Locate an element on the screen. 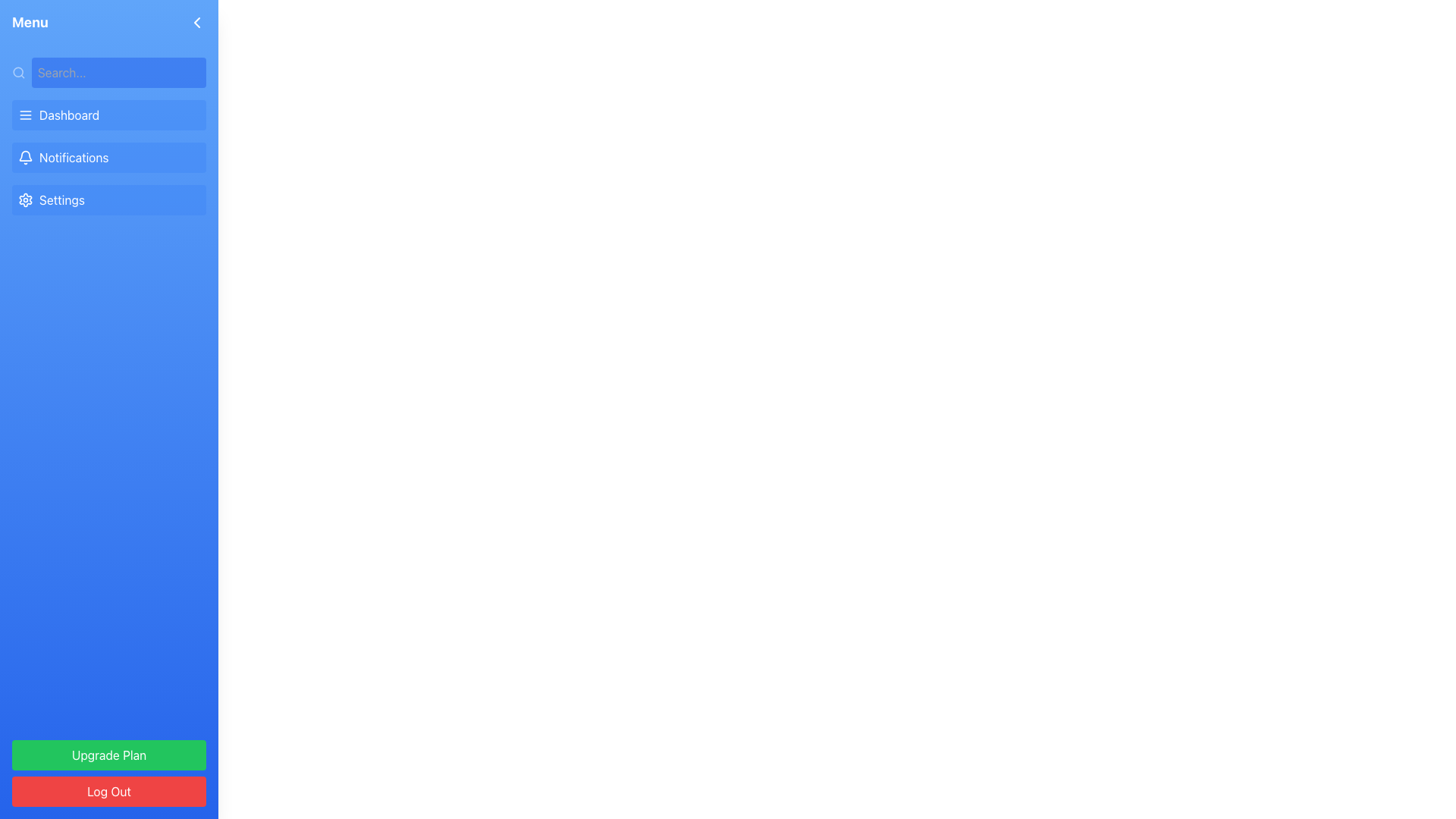  the 'Log Out' button, which is a rectangular button with a red background and white text, located below the 'Upgrade Plan' button in the left side navigation menu is located at coordinates (108, 791).